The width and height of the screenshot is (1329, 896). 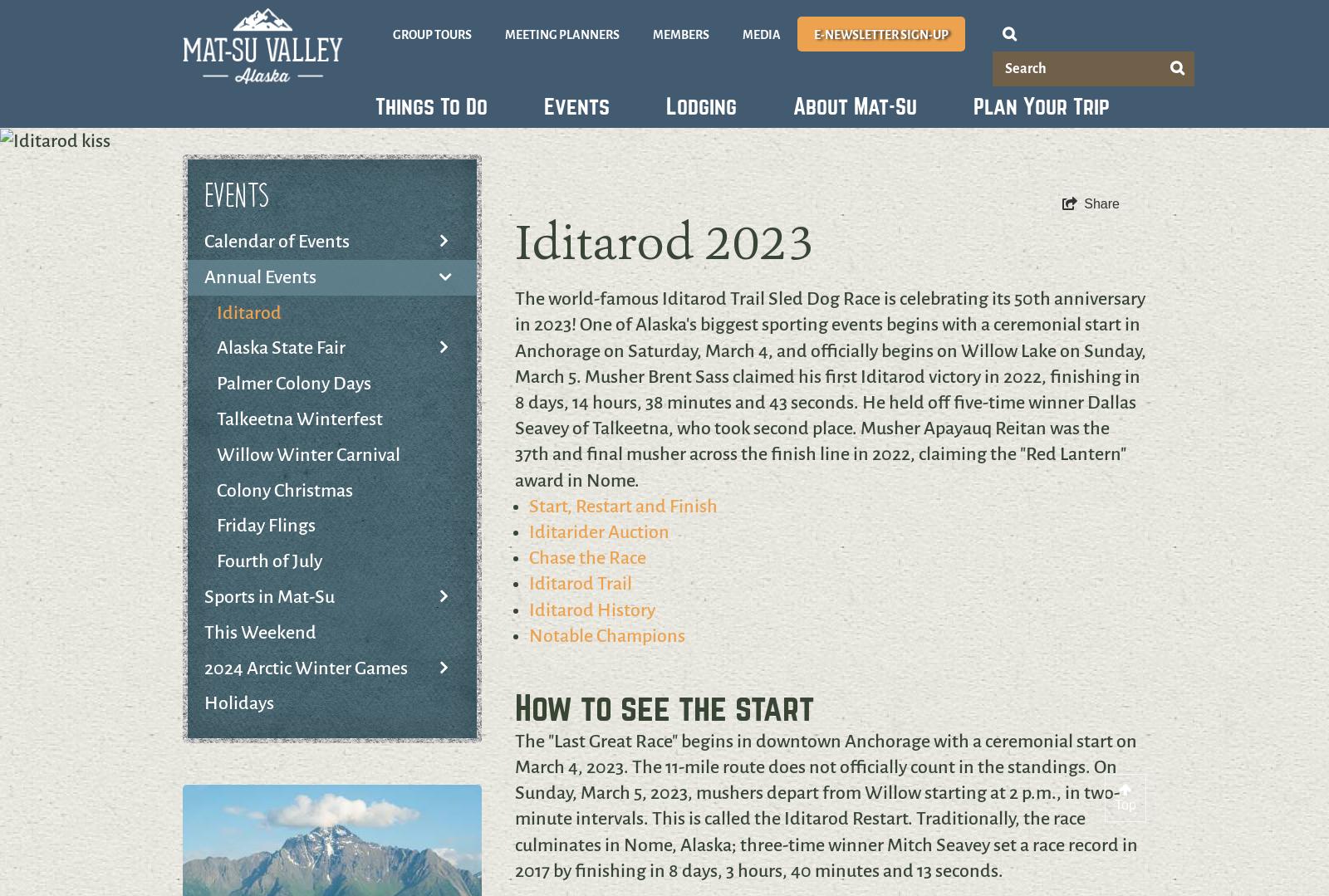 What do you see at coordinates (514, 707) in the screenshot?
I see `'How to see the start'` at bounding box center [514, 707].